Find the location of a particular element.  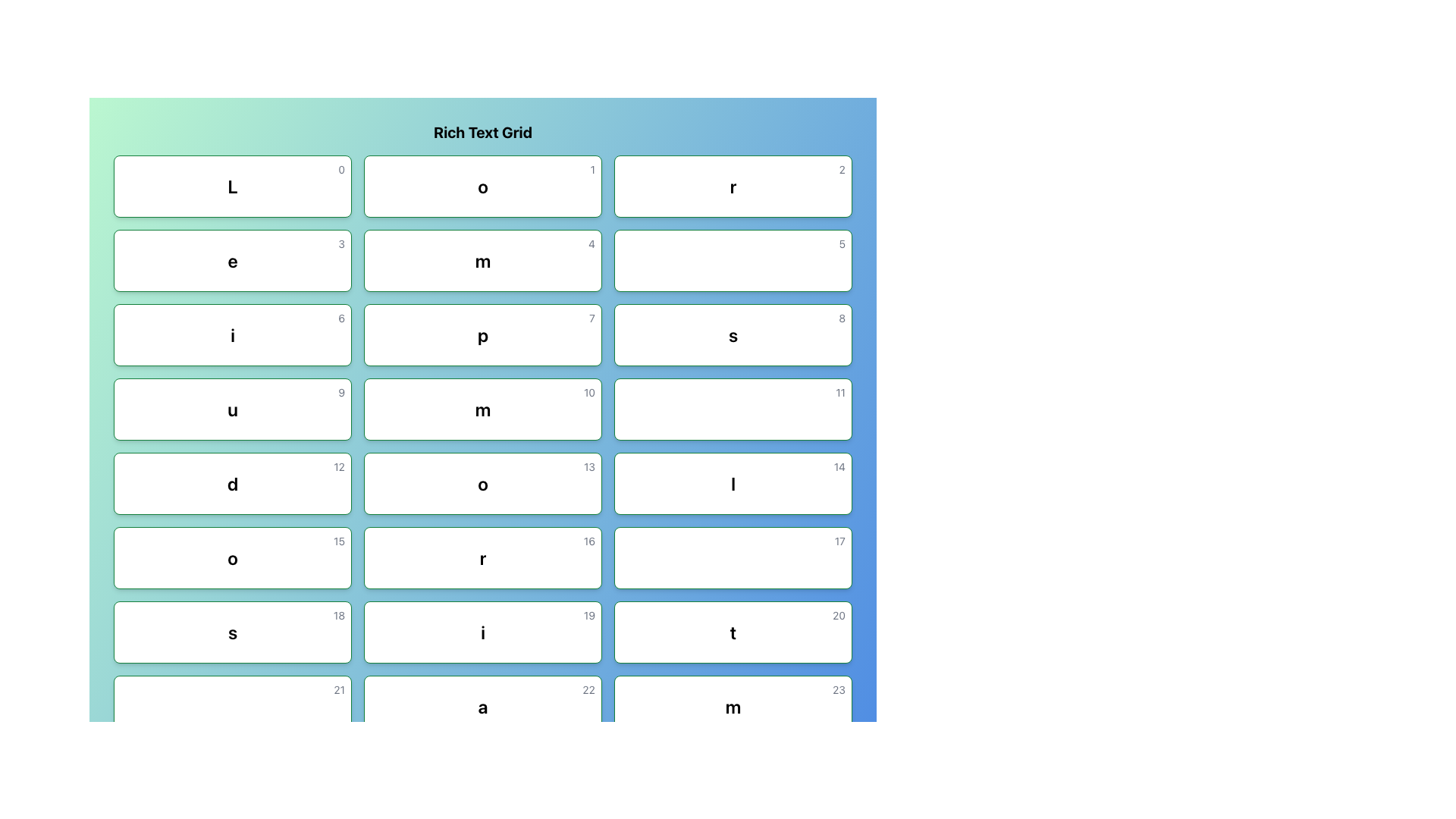

the grid cell containing the characters 's' and '18', located in the sixth row and first column of the grid layout is located at coordinates (232, 632).